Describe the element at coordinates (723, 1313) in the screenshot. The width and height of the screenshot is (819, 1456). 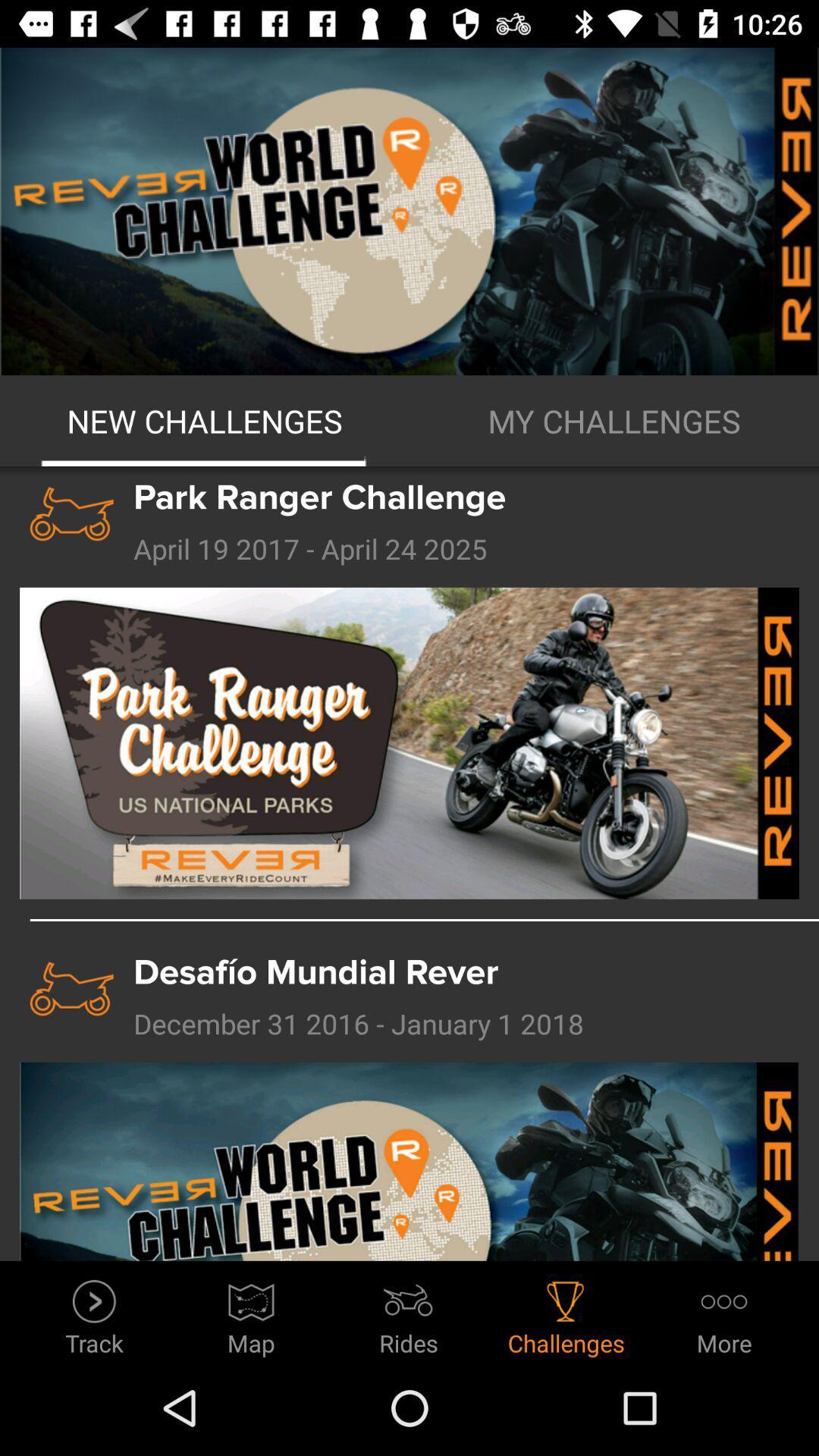
I see `the more item` at that location.